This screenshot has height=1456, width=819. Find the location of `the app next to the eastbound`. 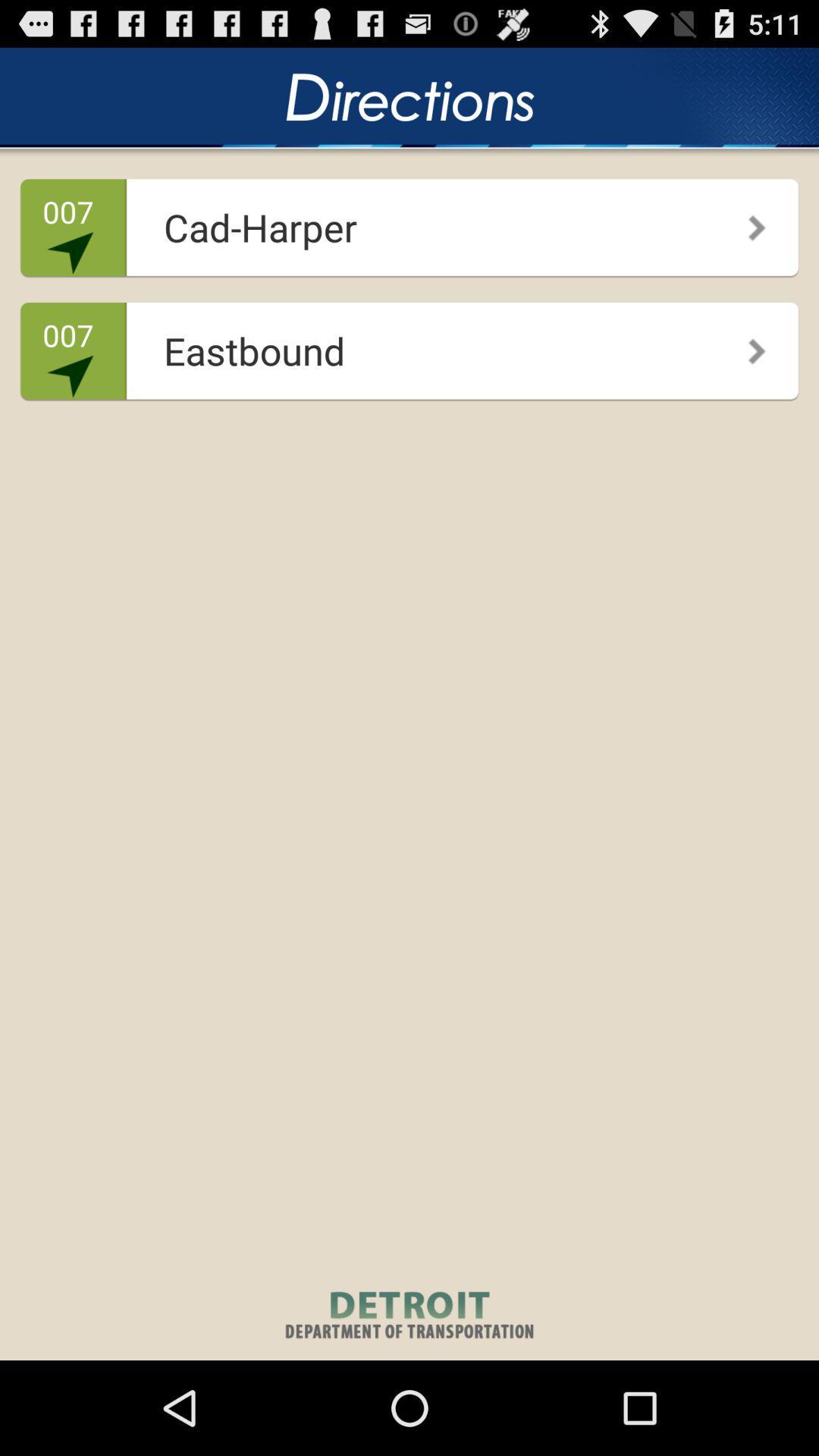

the app next to the eastbound is located at coordinates (745, 345).